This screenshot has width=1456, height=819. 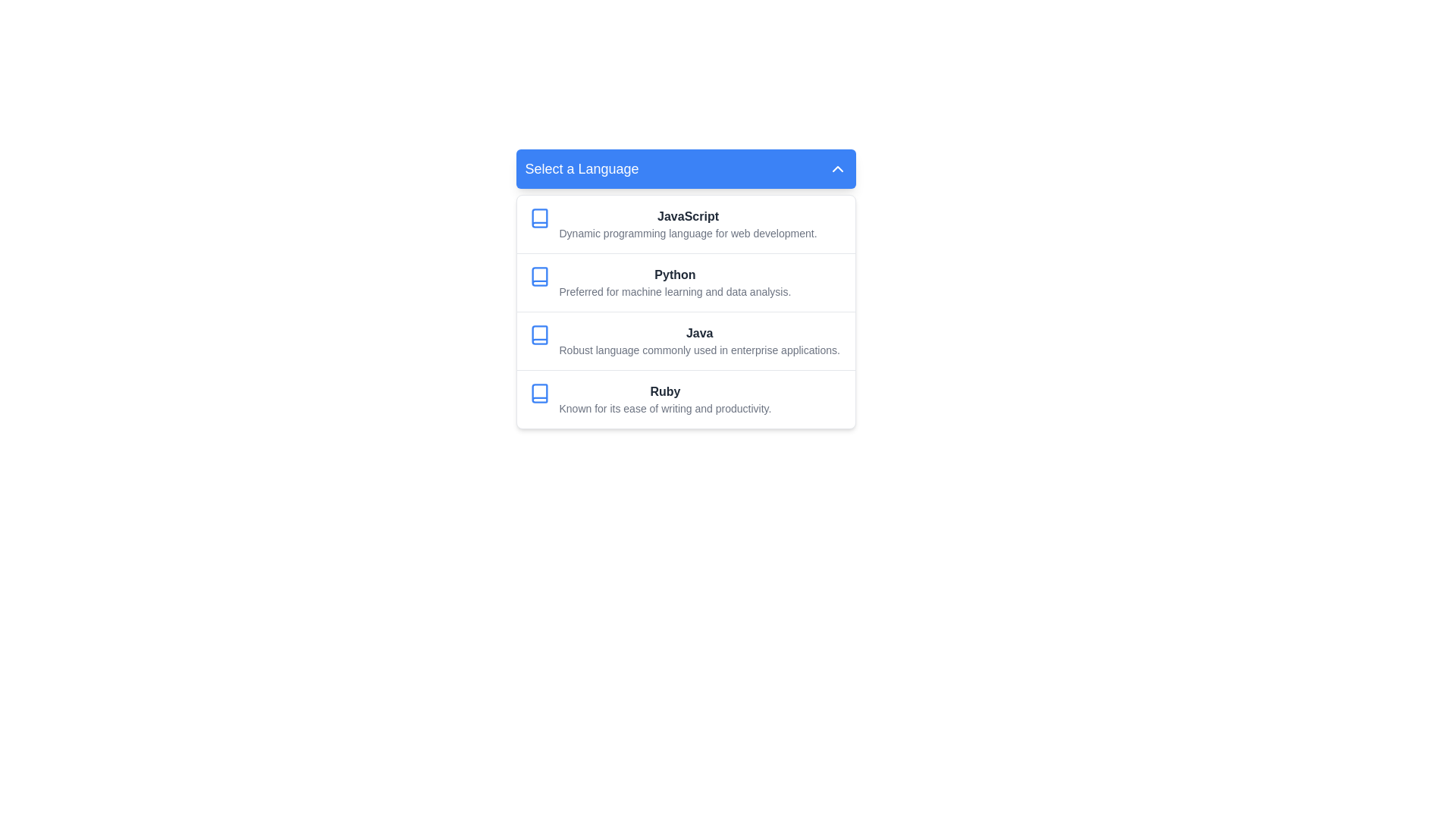 I want to click on the descriptive text label providing additional information about the 'JavaScript' programming language, located below the 'JavaScript' title in the dropdown menu titled 'Select a Language.', so click(x=687, y=234).